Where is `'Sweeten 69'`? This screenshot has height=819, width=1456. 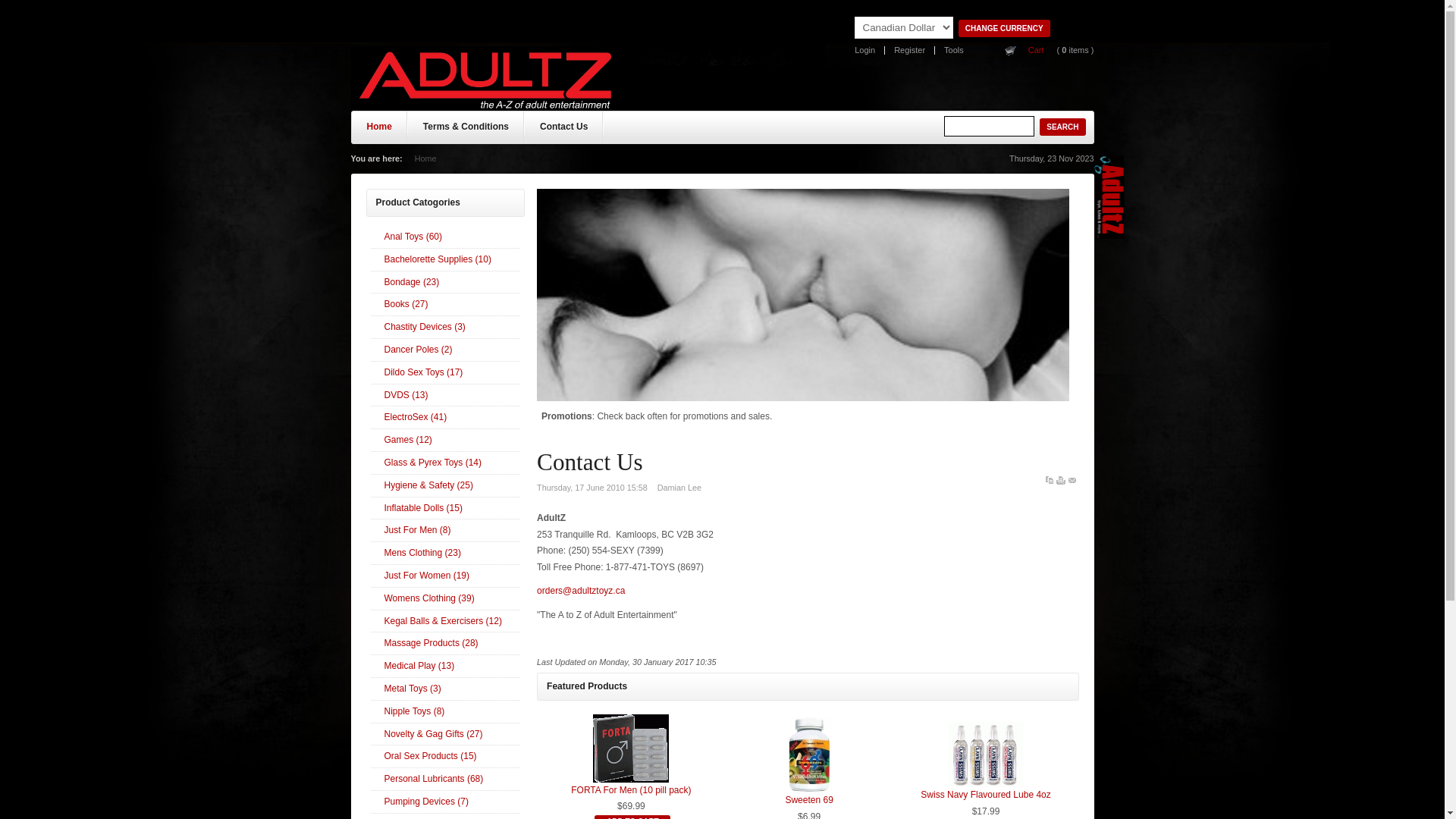
'Sweeten 69' is located at coordinates (808, 789).